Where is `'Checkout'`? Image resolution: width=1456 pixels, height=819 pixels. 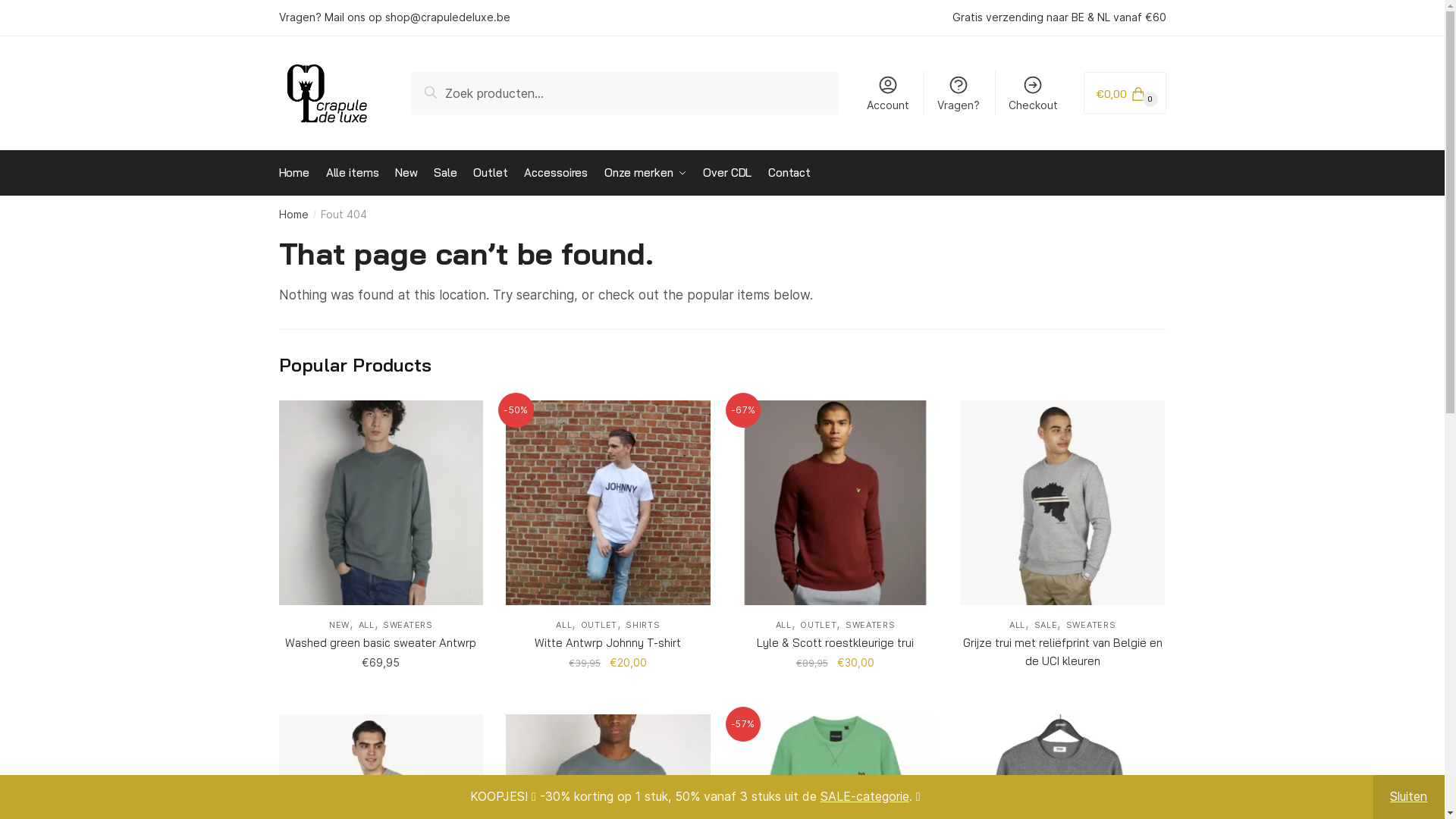 'Checkout' is located at coordinates (999, 93).